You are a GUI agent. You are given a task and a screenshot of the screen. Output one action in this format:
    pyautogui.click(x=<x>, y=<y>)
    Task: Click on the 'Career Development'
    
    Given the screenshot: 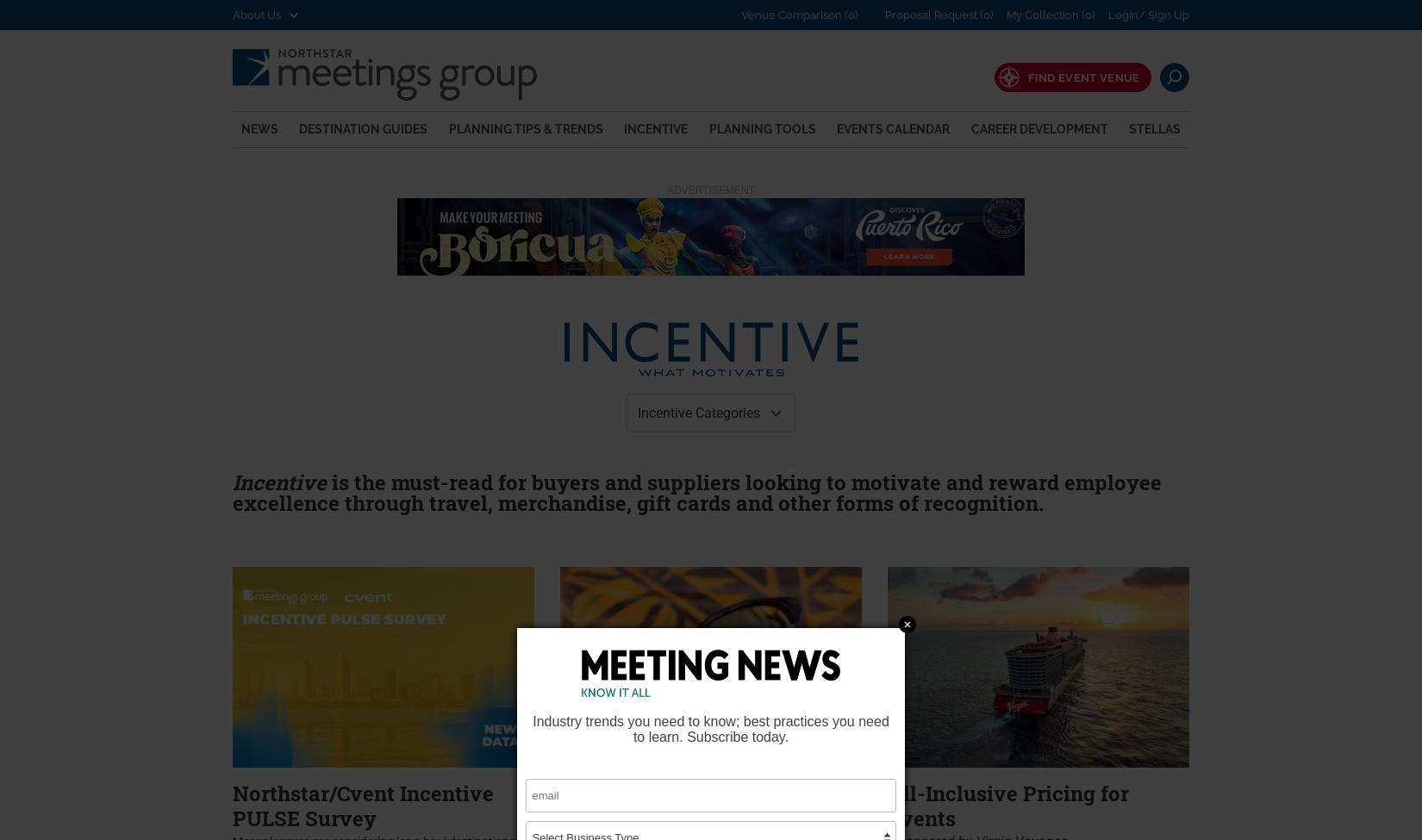 What is the action you would take?
    pyautogui.click(x=1038, y=127)
    